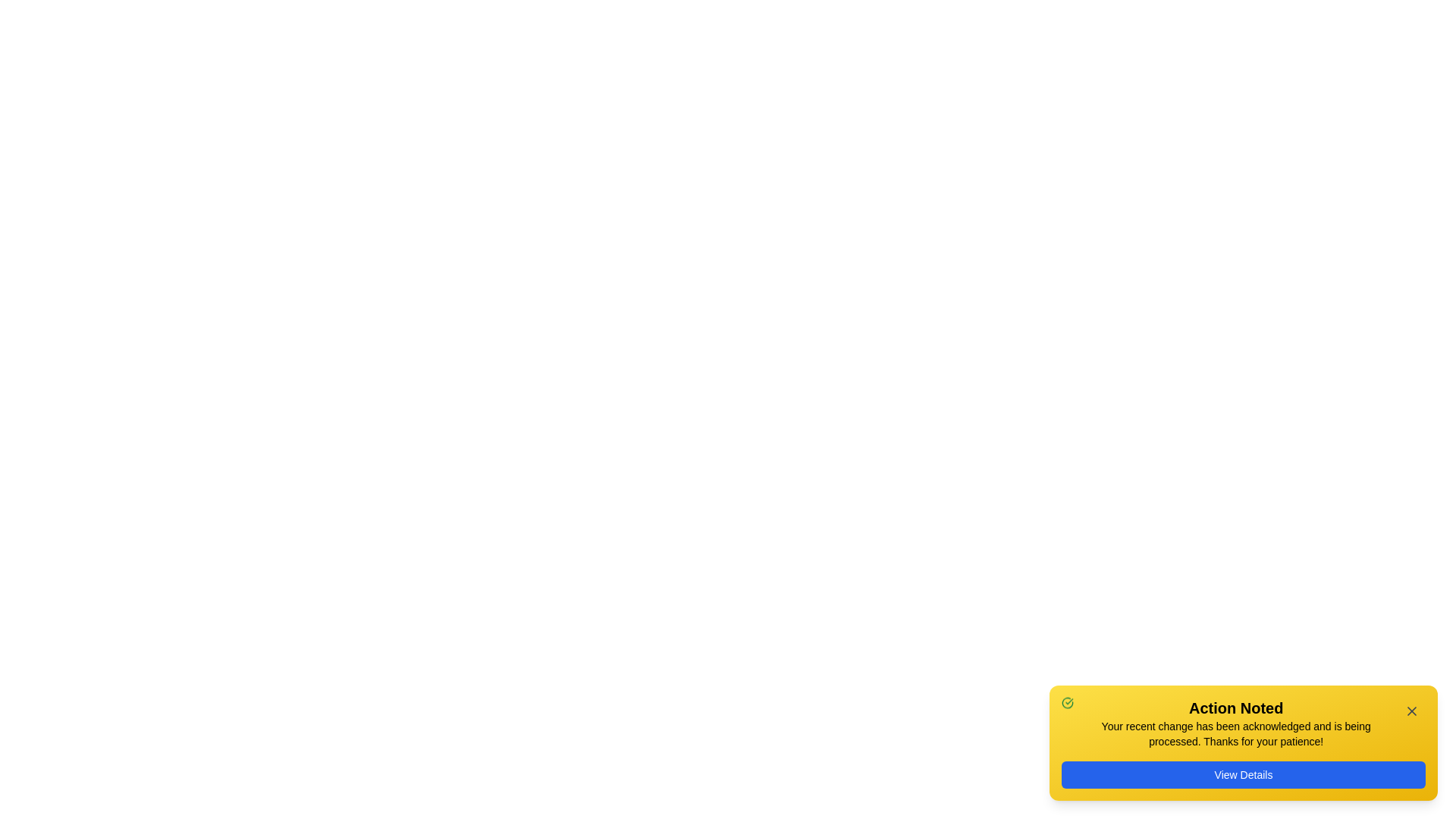 The height and width of the screenshot is (819, 1456). What do you see at coordinates (1244, 775) in the screenshot?
I see `the 'View Details' button to navigate to the detailed view` at bounding box center [1244, 775].